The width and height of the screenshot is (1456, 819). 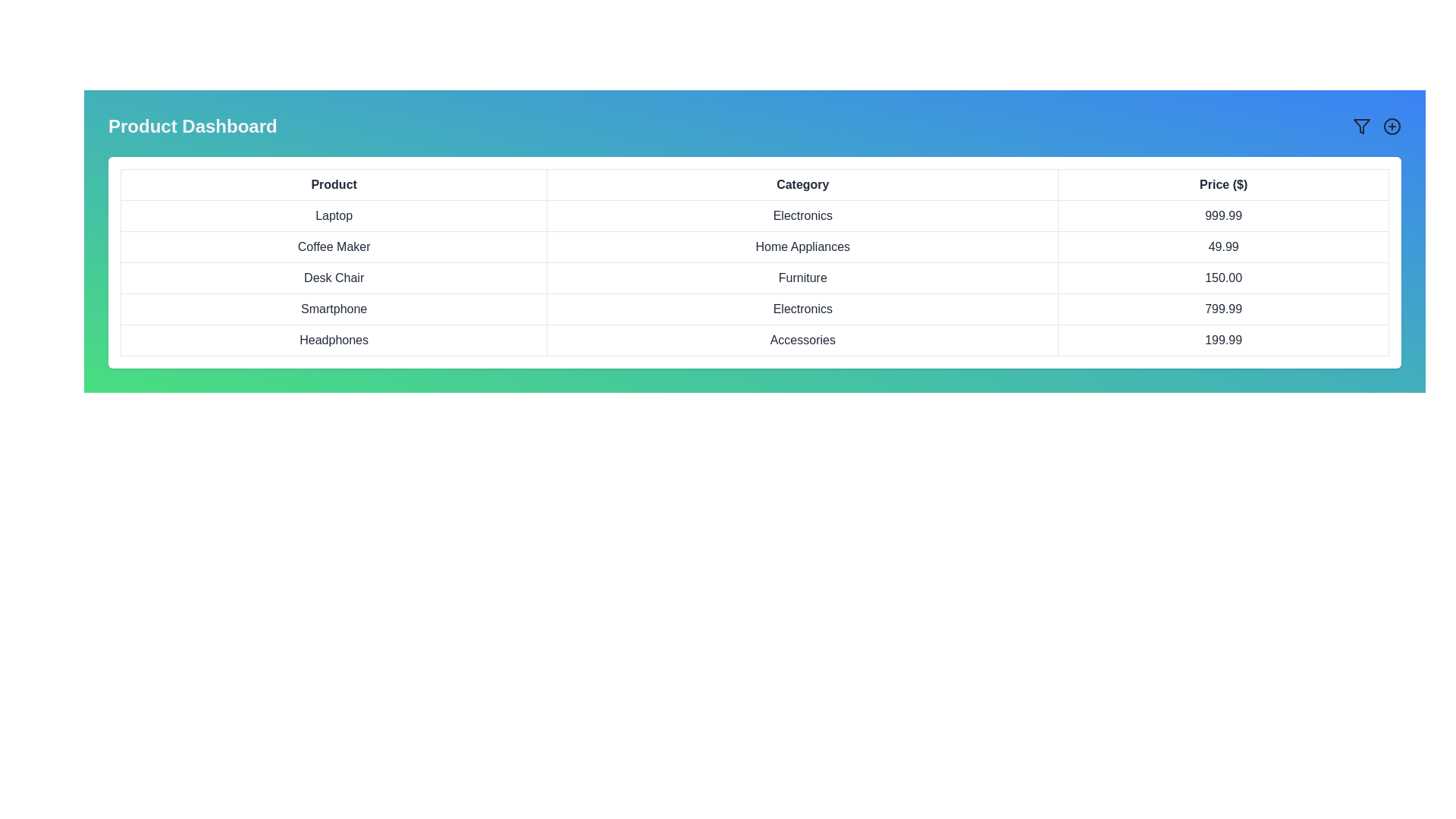 What do you see at coordinates (333, 309) in the screenshot?
I see `the Text label representing the product name in the leftmost column under the 'Product' header of the data table` at bounding box center [333, 309].